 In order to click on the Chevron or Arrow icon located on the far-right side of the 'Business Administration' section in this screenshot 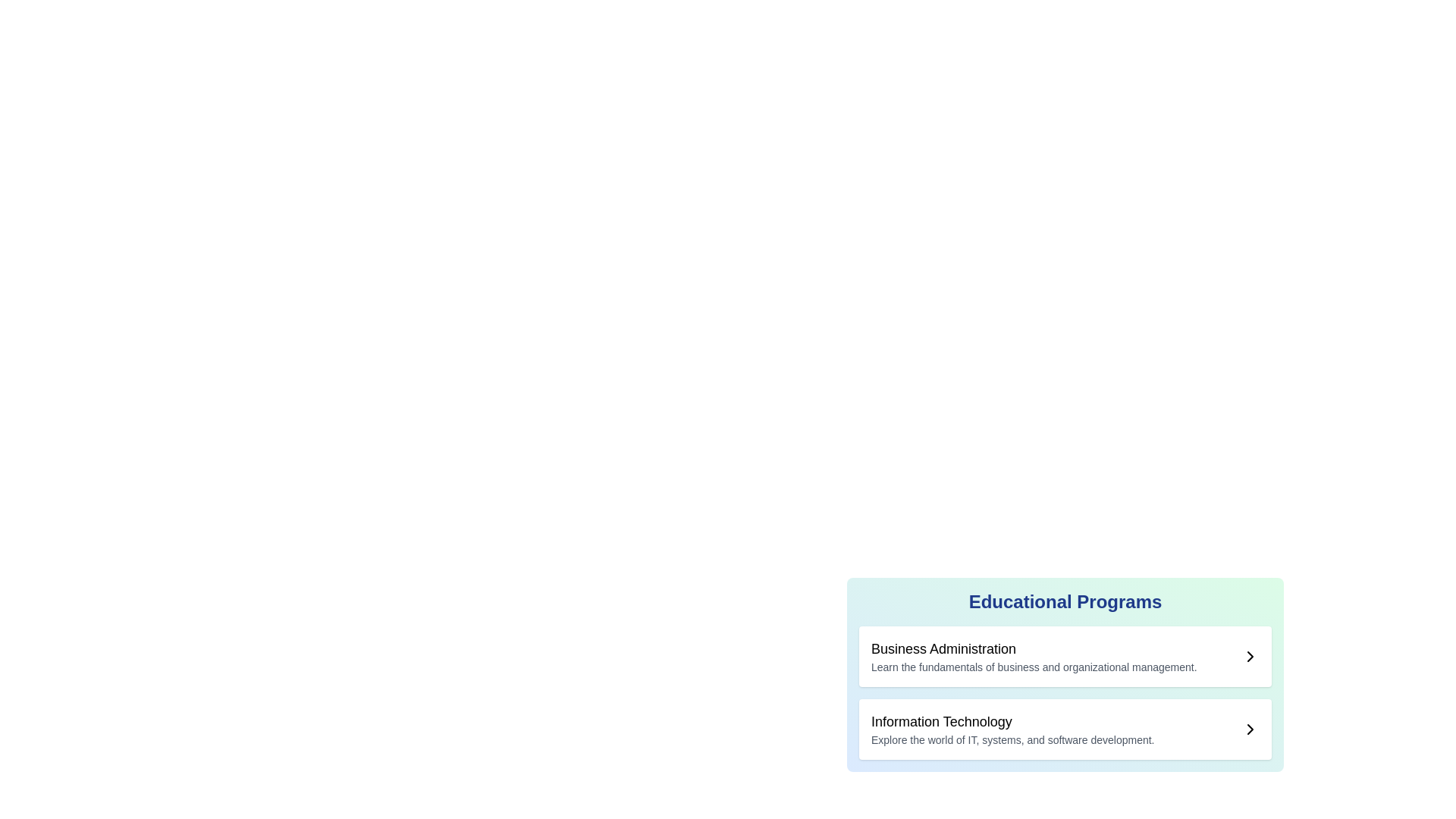, I will do `click(1250, 656)`.